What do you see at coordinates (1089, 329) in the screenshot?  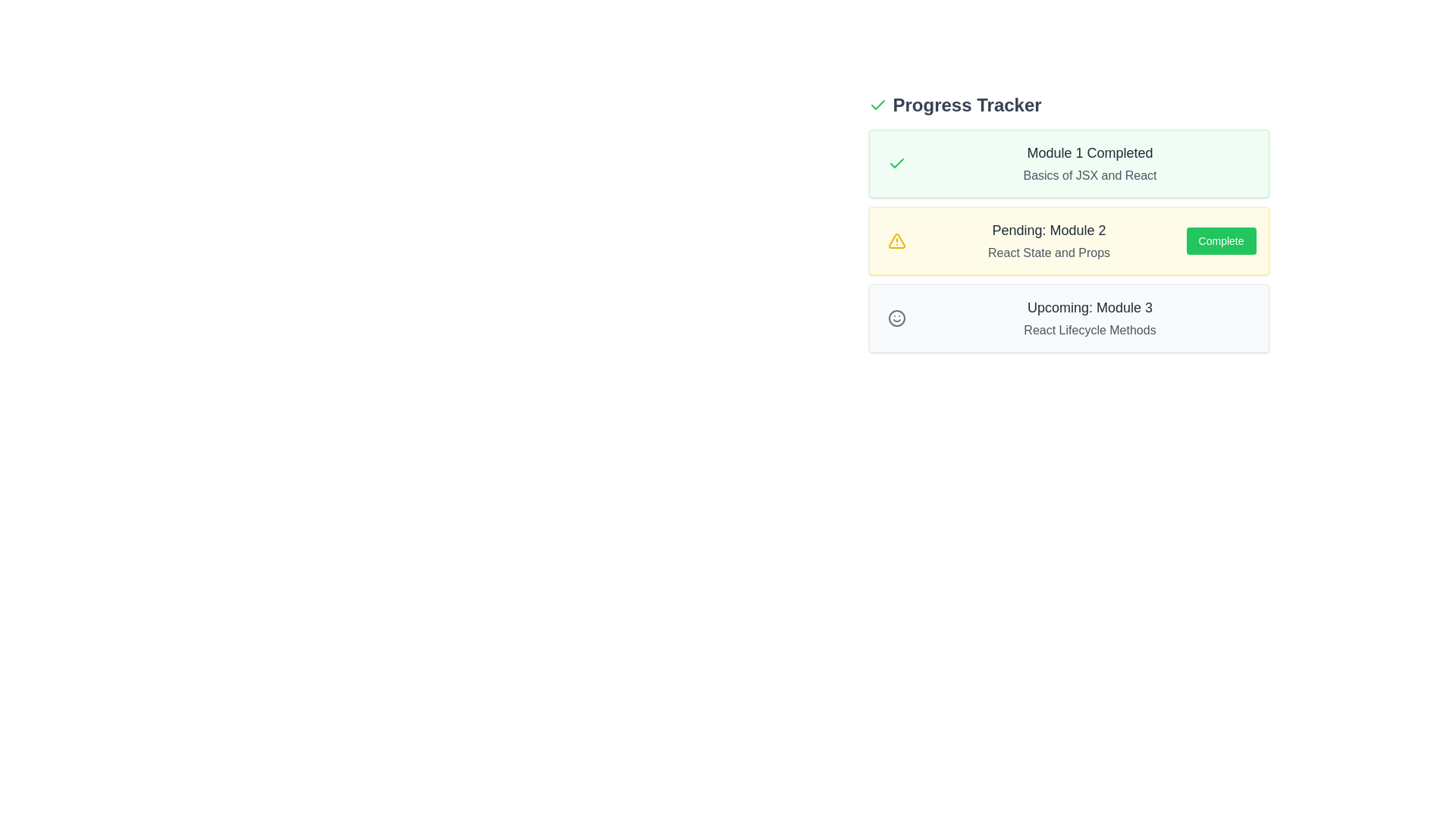 I see `the informational text label located below the 'Upcoming: Module 3' header in the third section of the progress tracker to focus on it` at bounding box center [1089, 329].